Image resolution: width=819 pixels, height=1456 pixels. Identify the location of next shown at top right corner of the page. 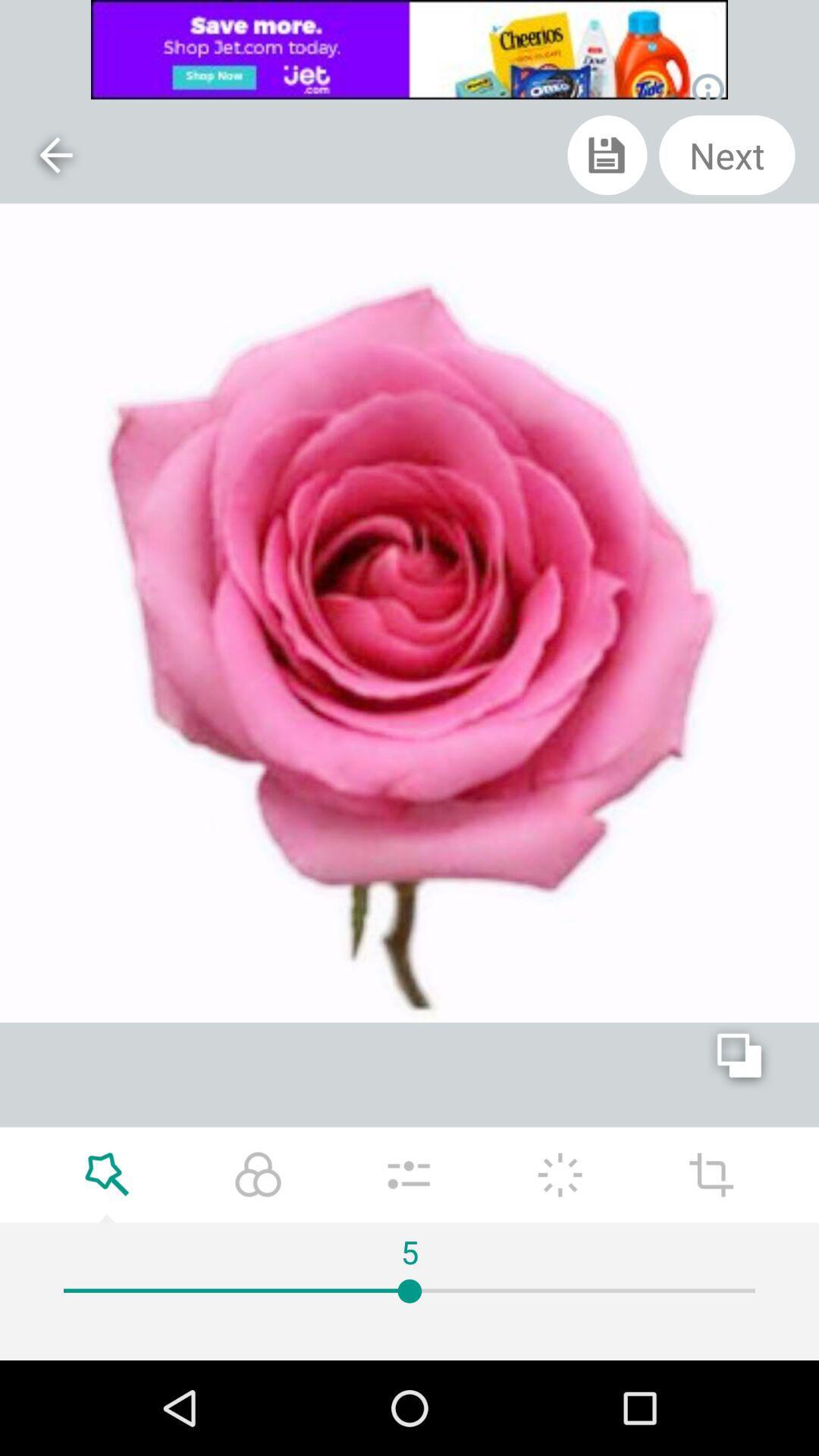
(726, 155).